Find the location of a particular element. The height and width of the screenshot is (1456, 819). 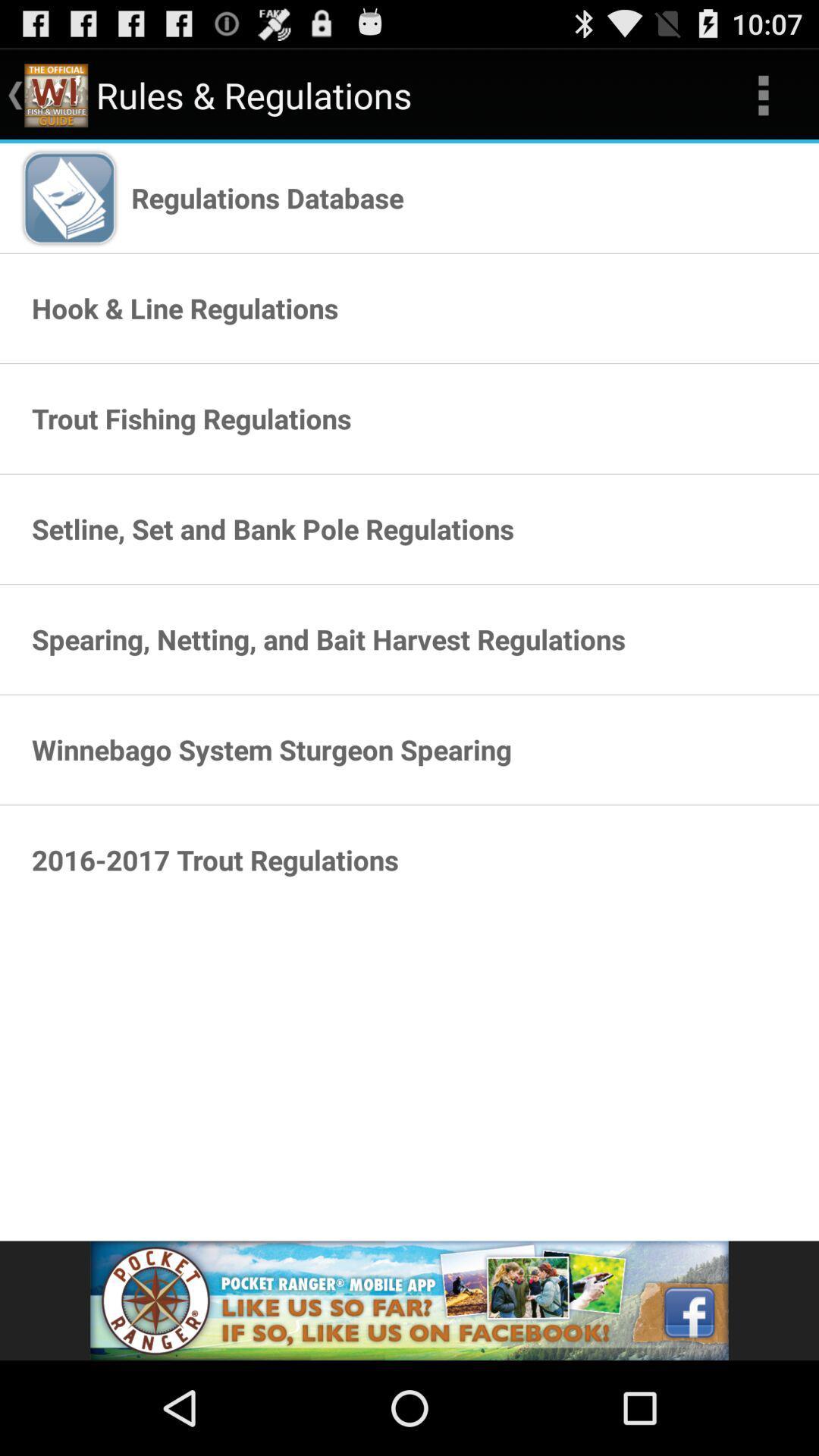

advertisement pannel is located at coordinates (409, 1300).